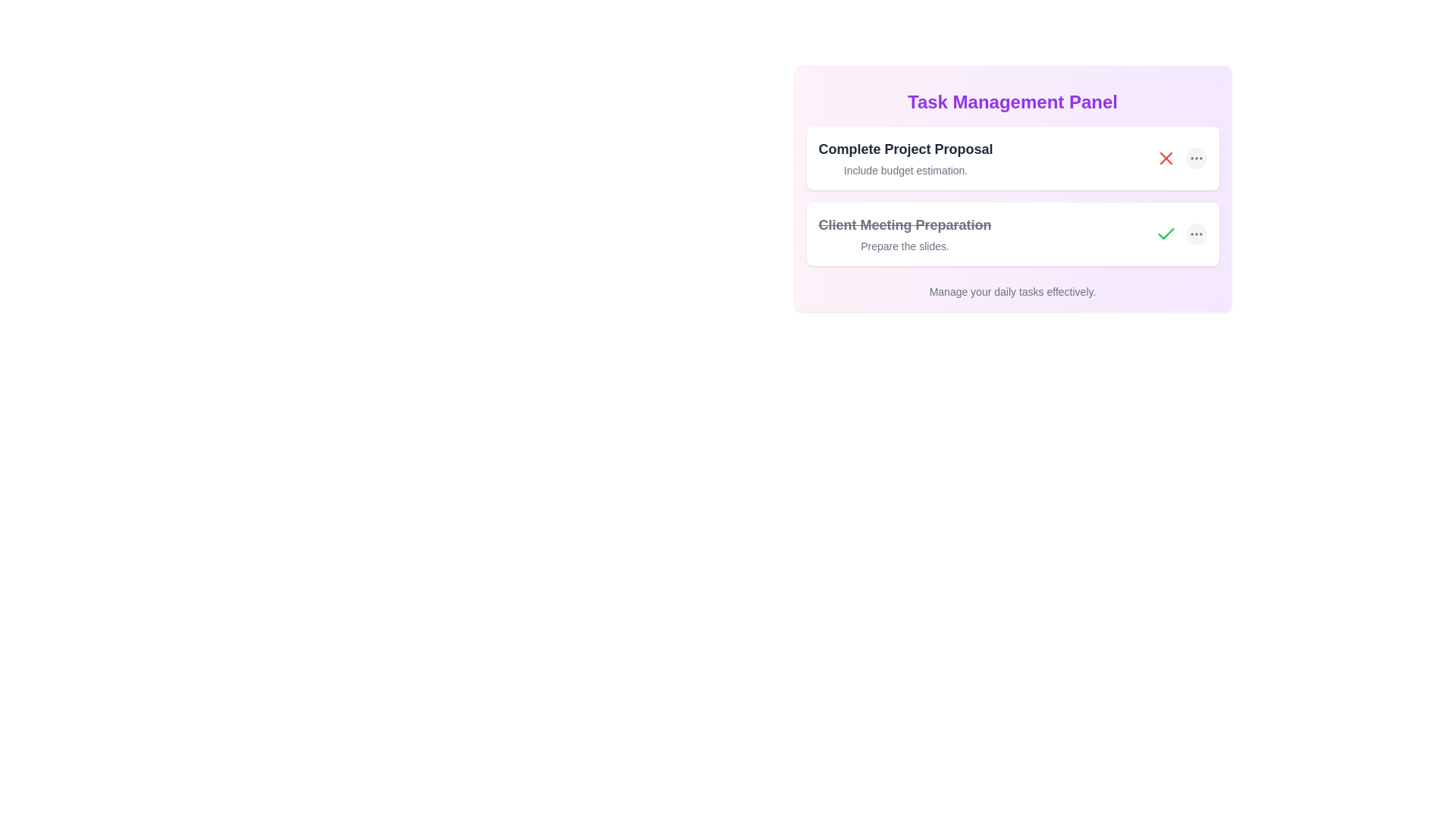 The height and width of the screenshot is (819, 1456). Describe the element at coordinates (1178, 158) in the screenshot. I see `the ellipsis on the control set for the 'Complete Project Proposal' task` at that location.